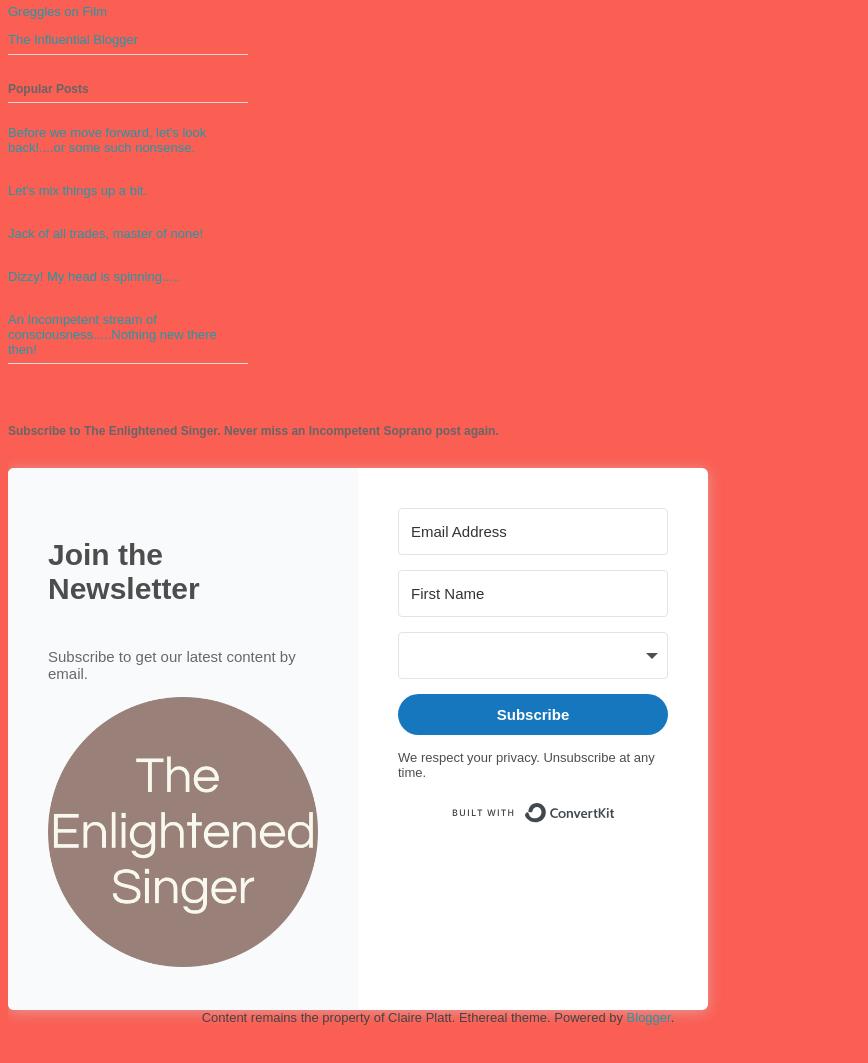  What do you see at coordinates (647, 1015) in the screenshot?
I see `'Blogger'` at bounding box center [647, 1015].